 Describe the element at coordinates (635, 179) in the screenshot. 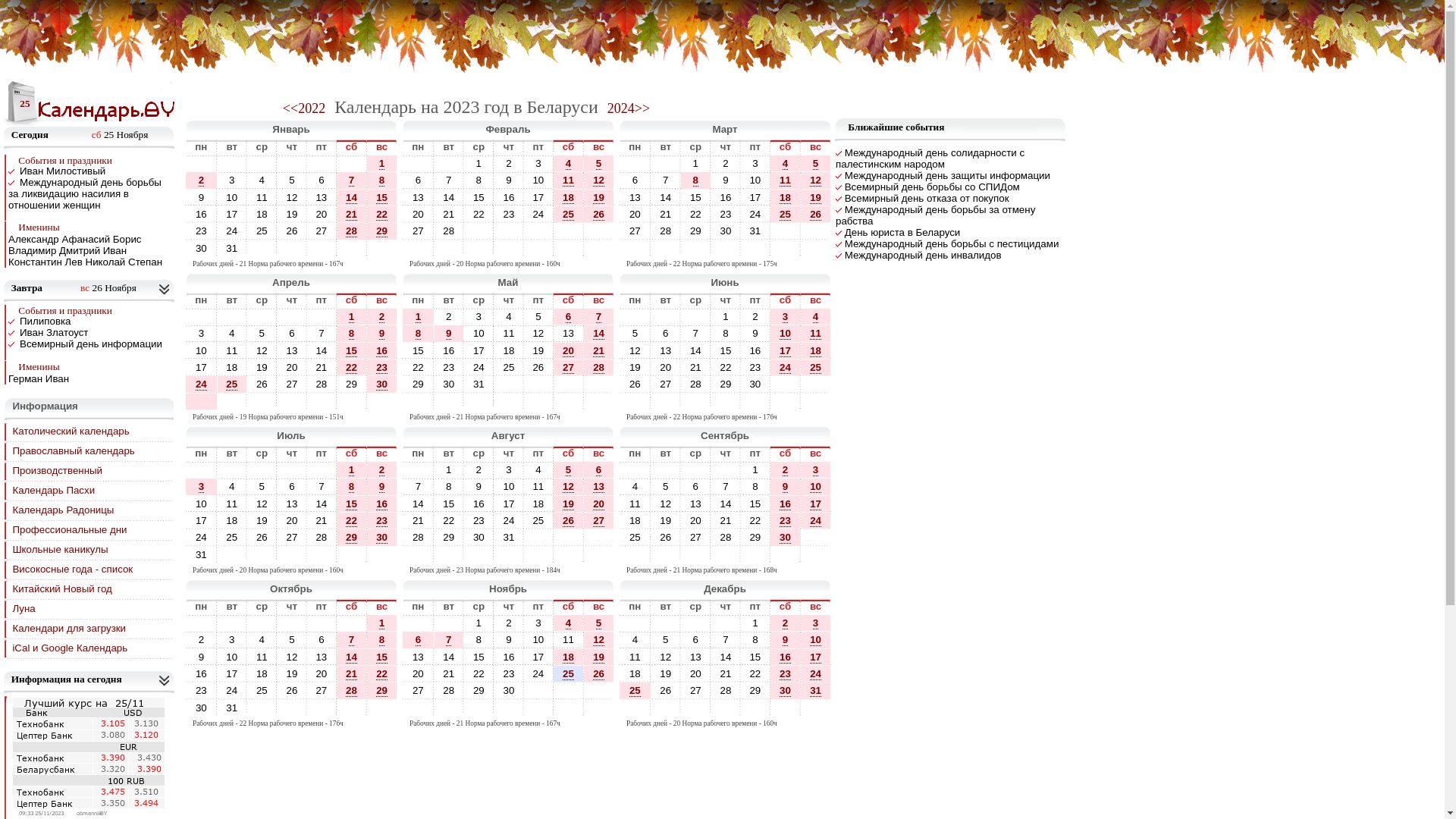

I see `'6'` at that location.